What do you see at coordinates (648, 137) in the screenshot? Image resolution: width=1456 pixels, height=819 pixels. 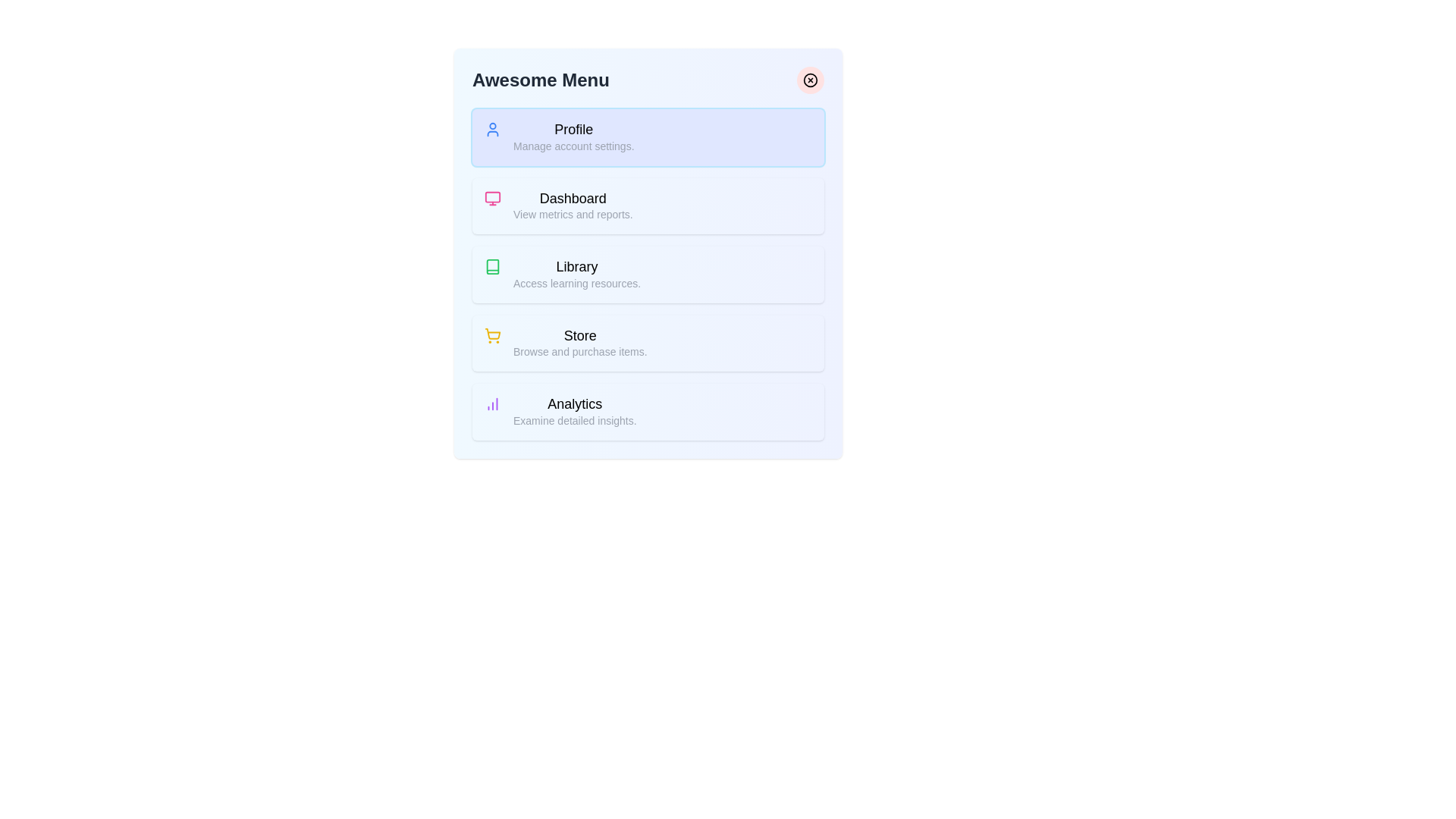 I see `the menu item labeled Profile` at bounding box center [648, 137].